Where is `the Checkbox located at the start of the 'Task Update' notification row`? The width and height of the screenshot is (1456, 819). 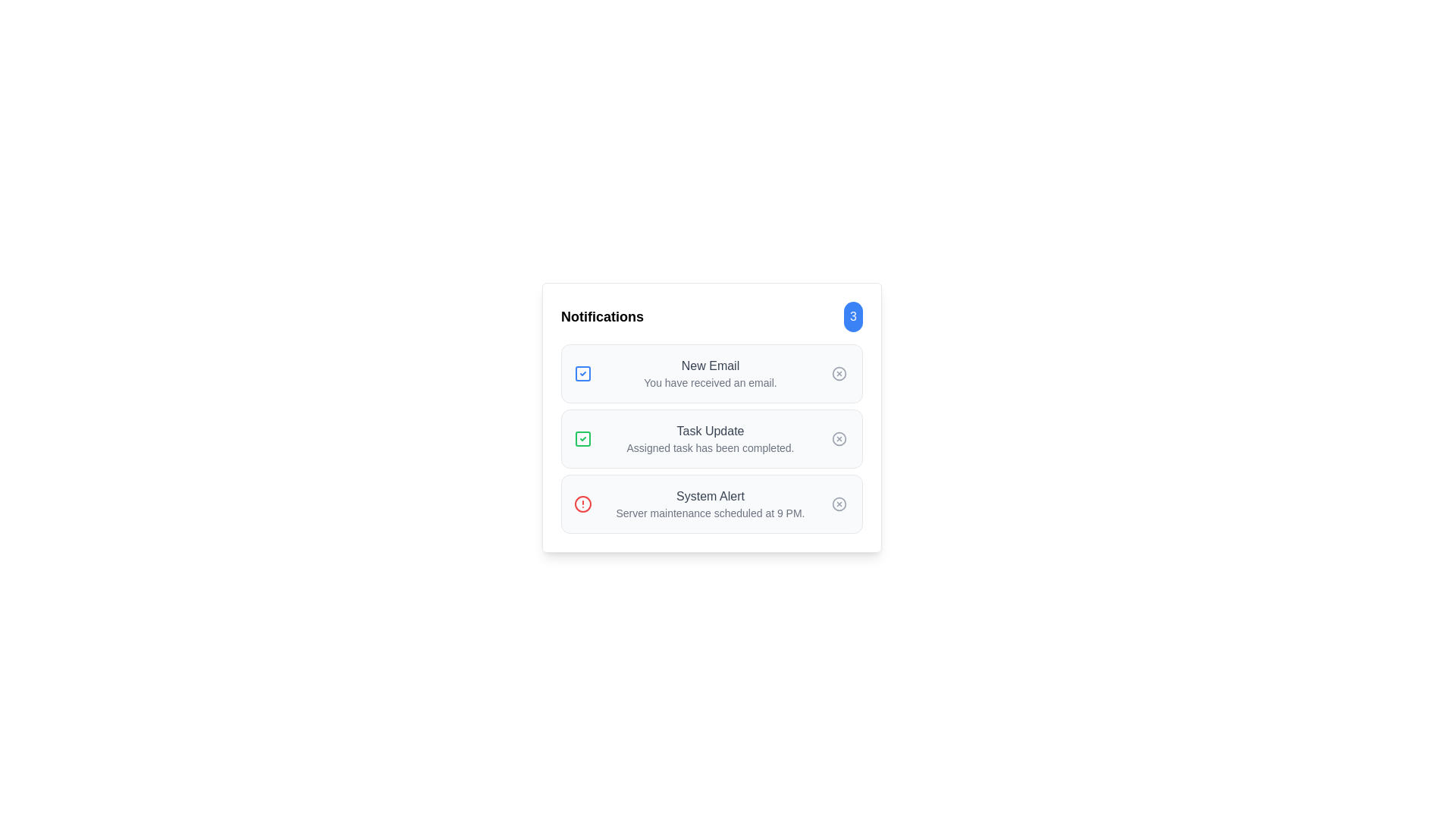 the Checkbox located at the start of the 'Task Update' notification row is located at coordinates (582, 438).